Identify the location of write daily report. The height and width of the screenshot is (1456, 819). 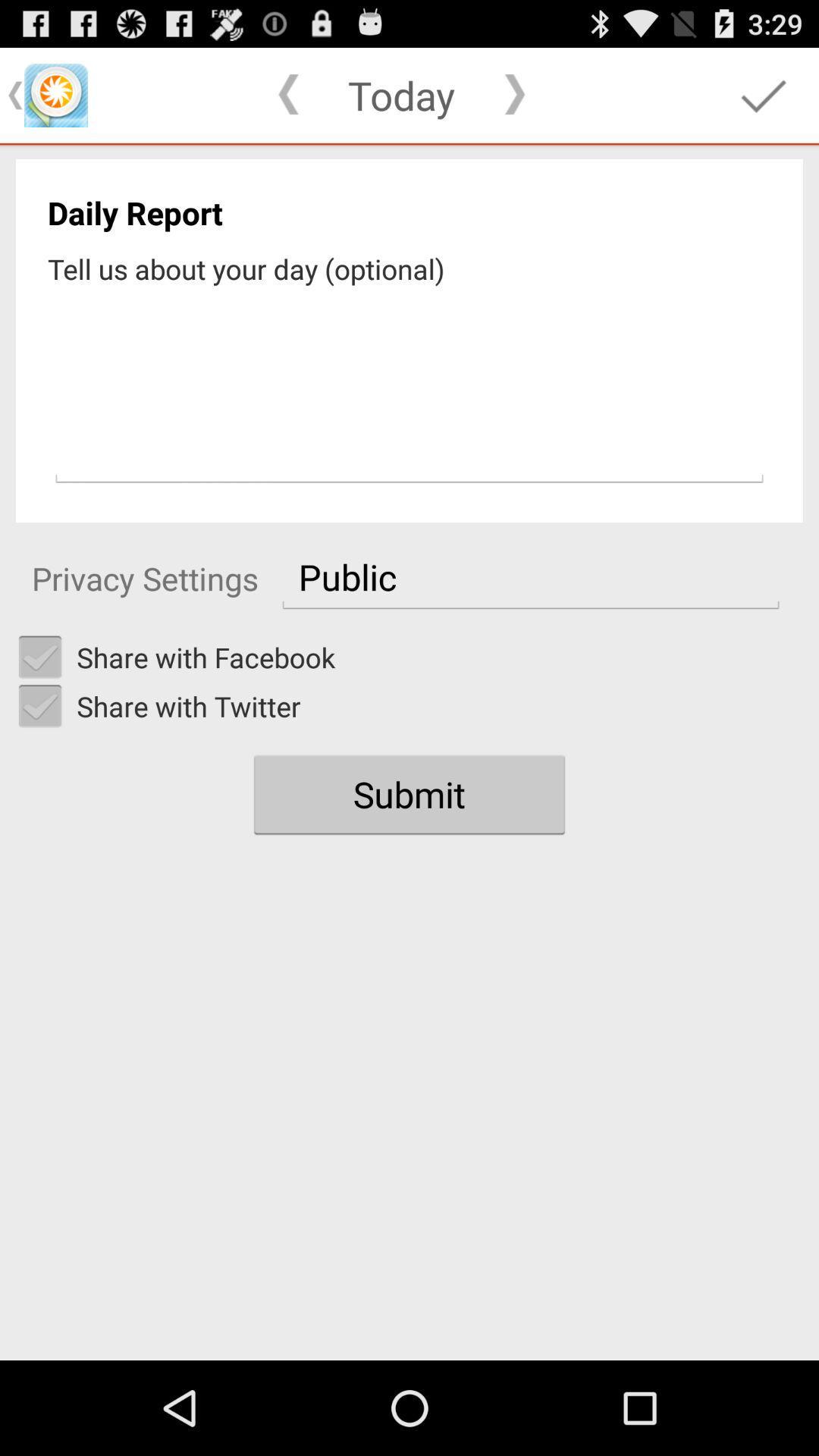
(409, 389).